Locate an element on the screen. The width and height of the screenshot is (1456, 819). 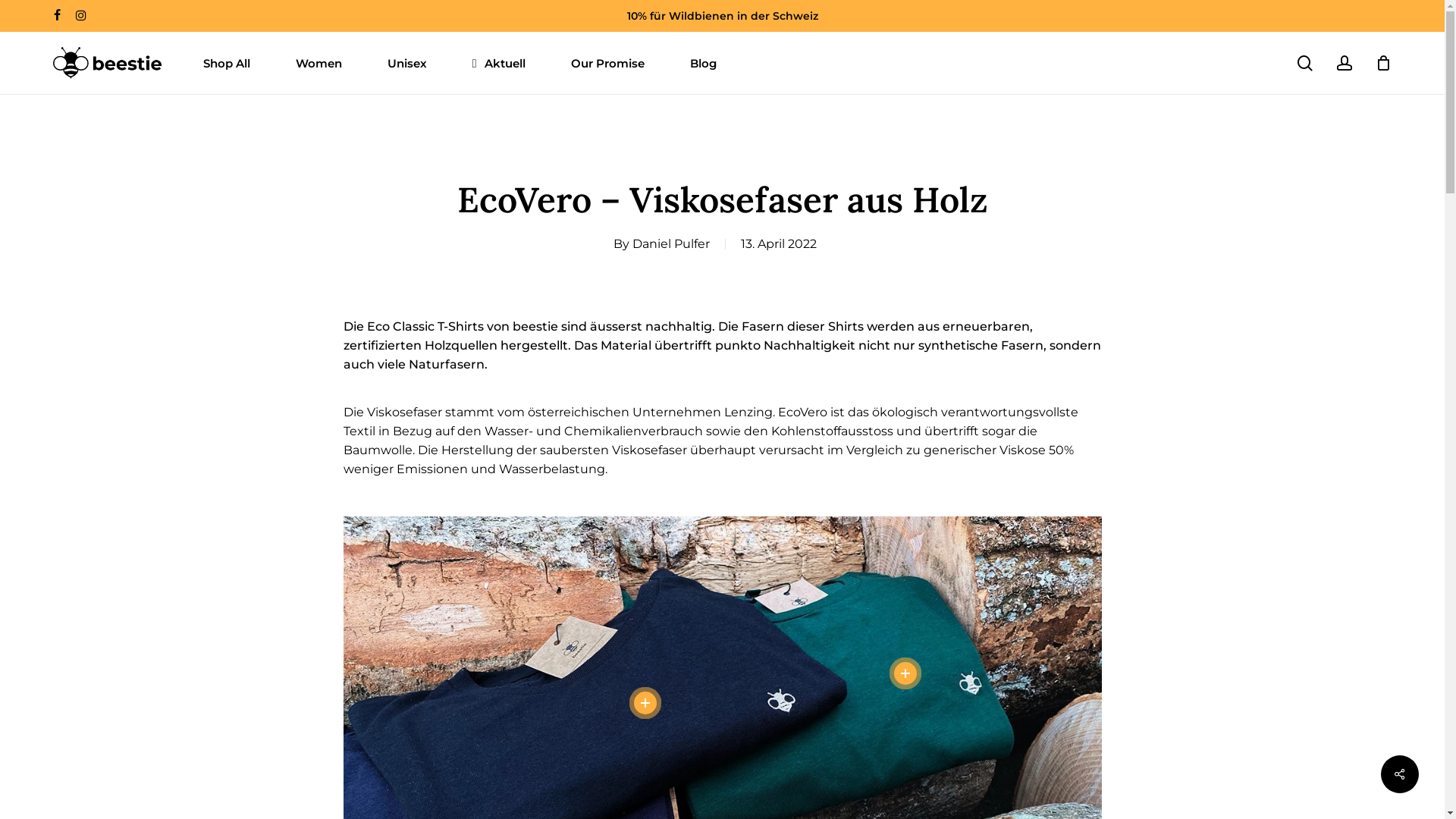
'Daniel Pulfer' is located at coordinates (670, 243).